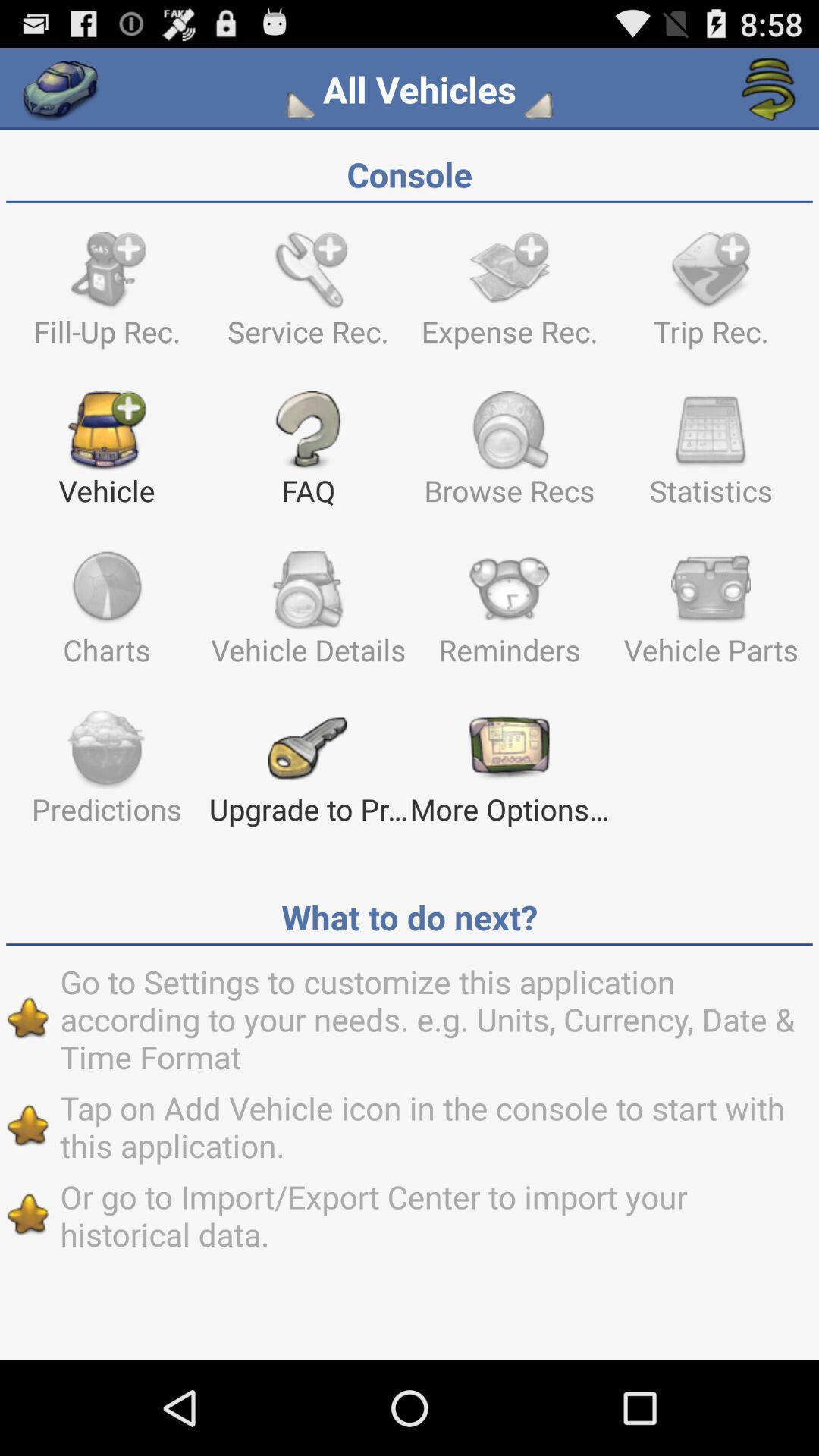 This screenshot has width=819, height=1456. What do you see at coordinates (711, 615) in the screenshot?
I see `icon which is right to reminders` at bounding box center [711, 615].